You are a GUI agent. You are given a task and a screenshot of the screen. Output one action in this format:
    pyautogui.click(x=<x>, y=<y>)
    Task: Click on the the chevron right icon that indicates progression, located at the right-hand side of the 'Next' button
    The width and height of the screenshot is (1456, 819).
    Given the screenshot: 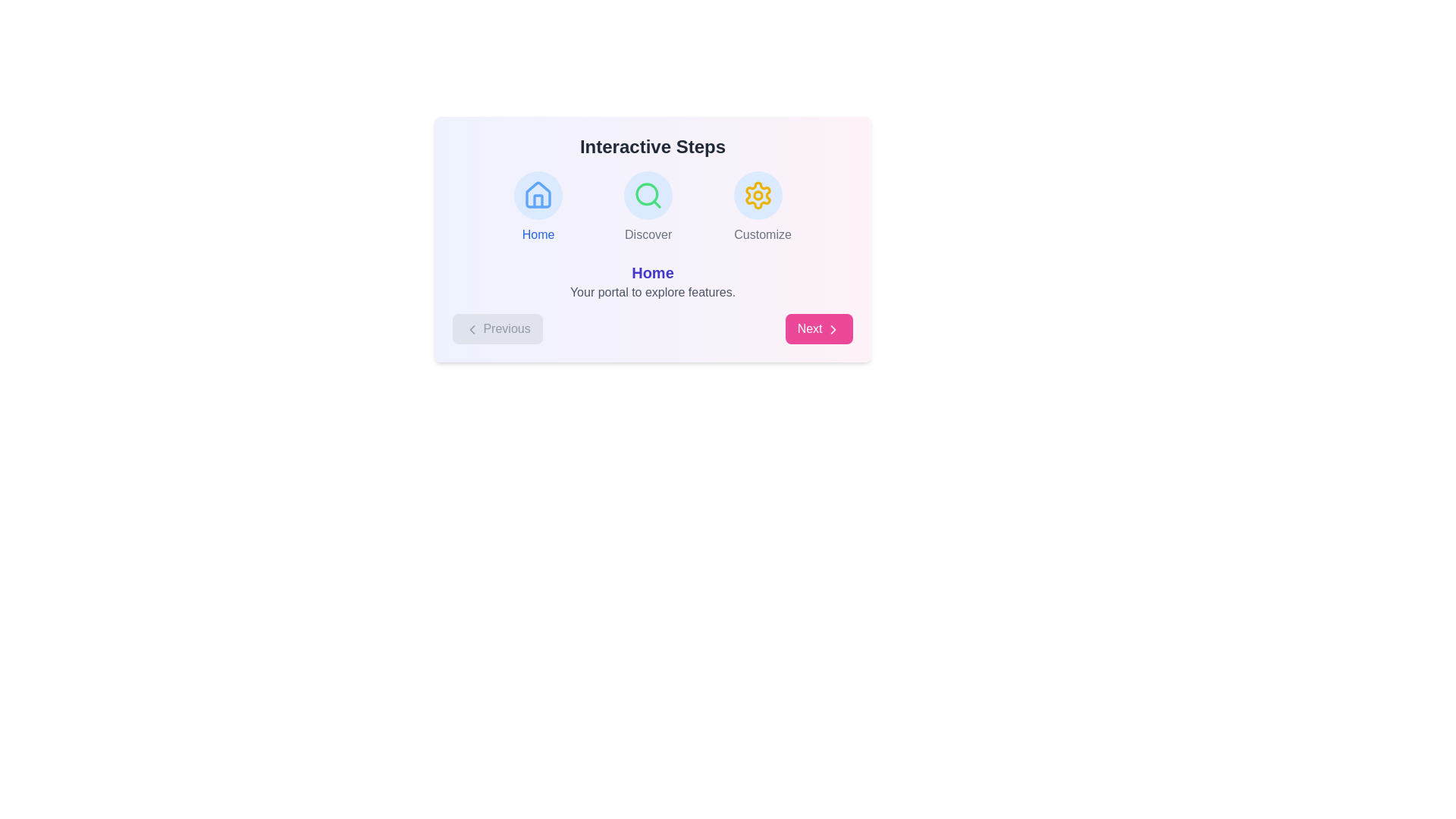 What is the action you would take?
    pyautogui.click(x=833, y=328)
    